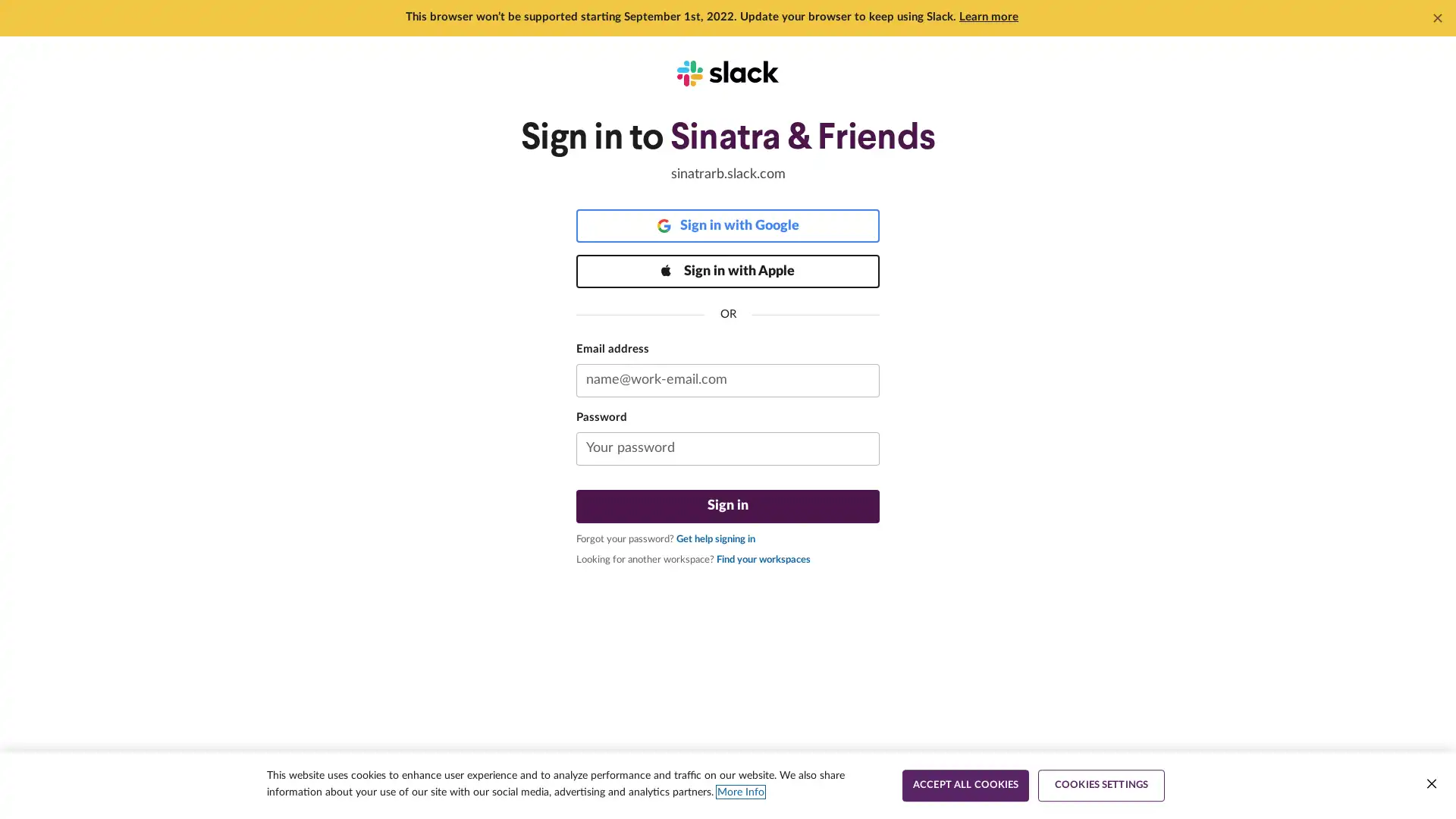  Describe the element at coordinates (1101, 785) in the screenshot. I see `COOKIES SETTINGS` at that location.